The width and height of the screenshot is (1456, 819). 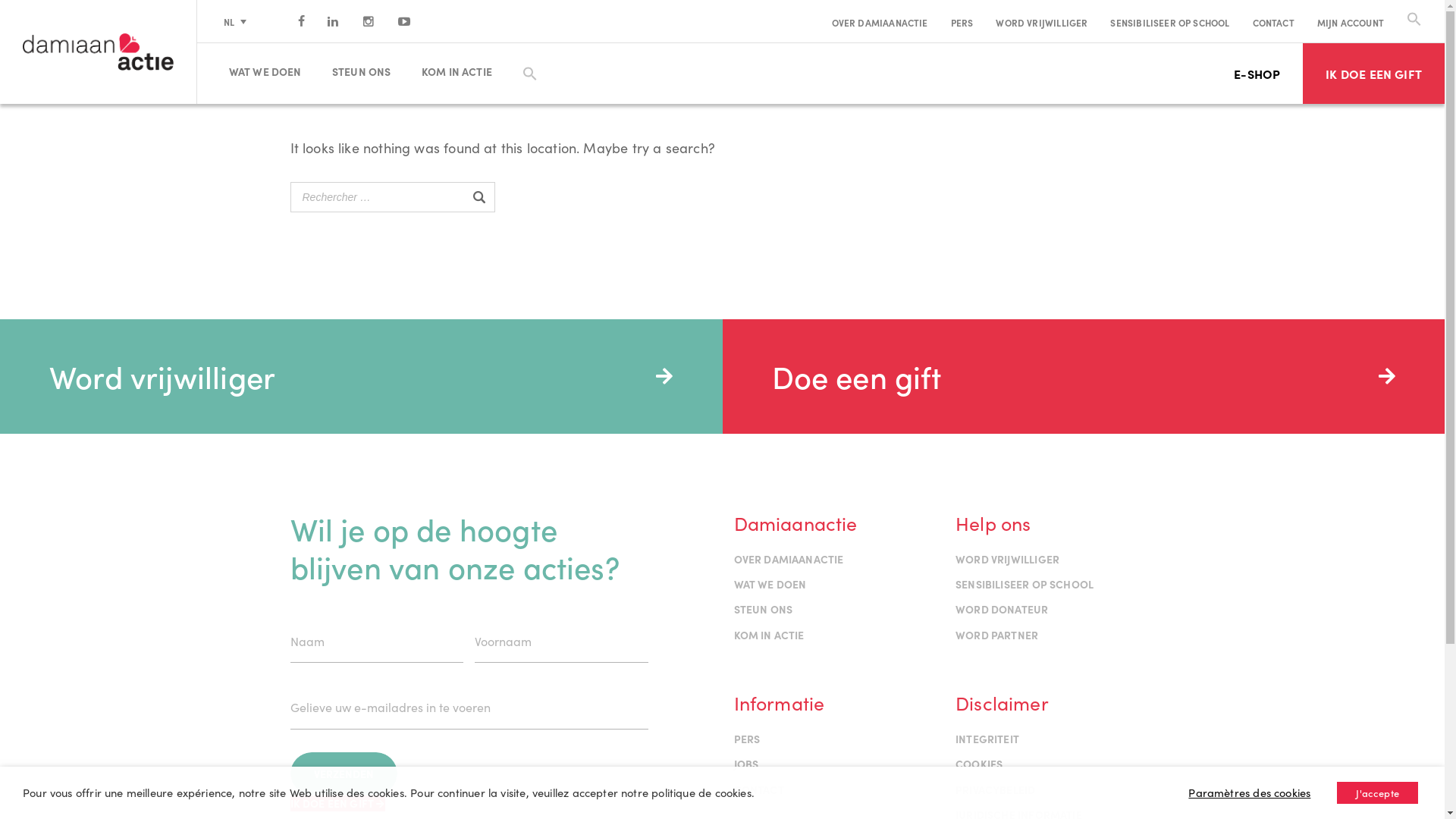 I want to click on 'WORD DONATEUR', so click(x=1001, y=607).